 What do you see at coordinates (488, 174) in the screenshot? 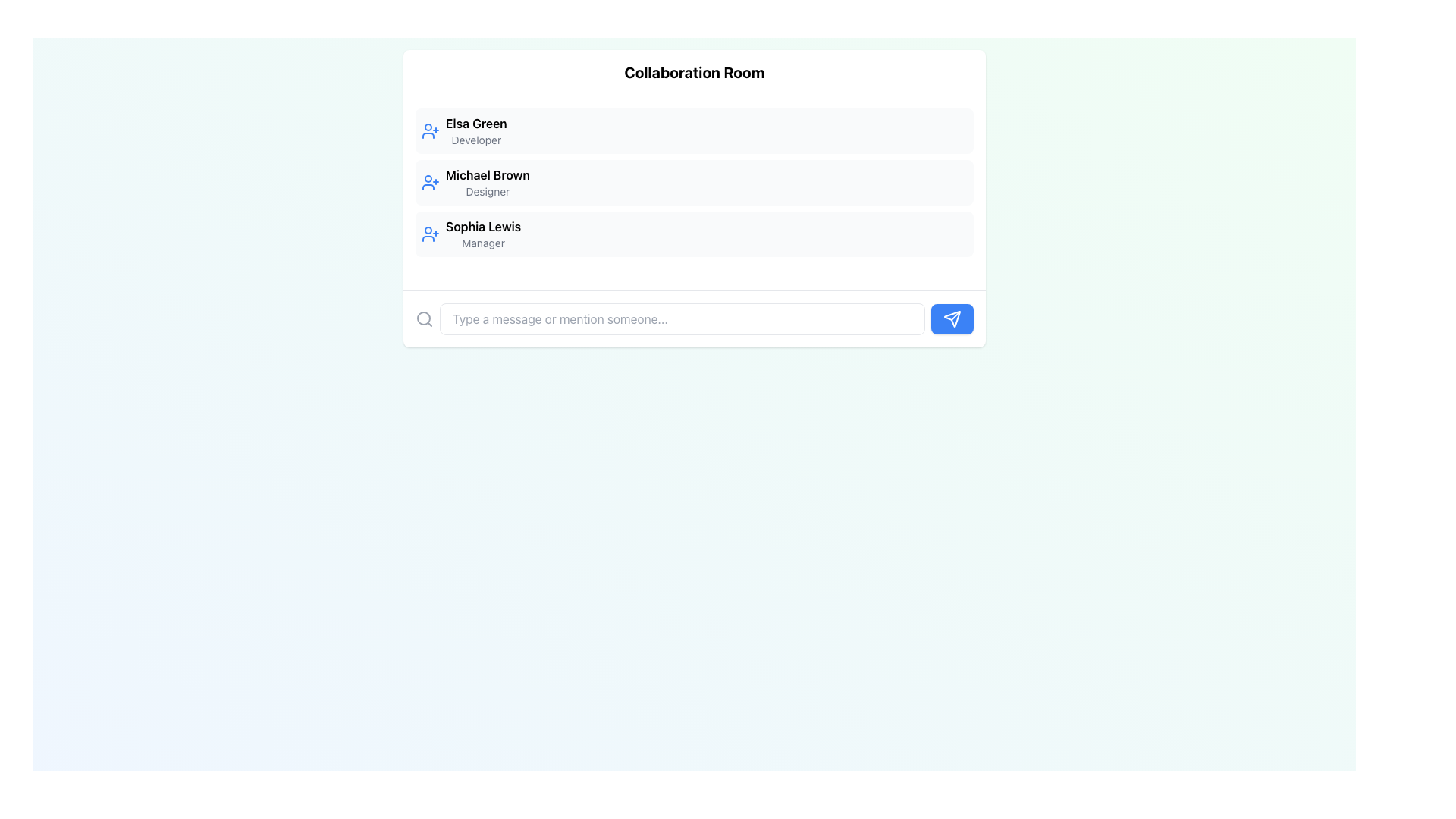
I see `text content of the user name label 'Michael Brown' located in the central panel of the 'Collaboration Room' interface` at bounding box center [488, 174].